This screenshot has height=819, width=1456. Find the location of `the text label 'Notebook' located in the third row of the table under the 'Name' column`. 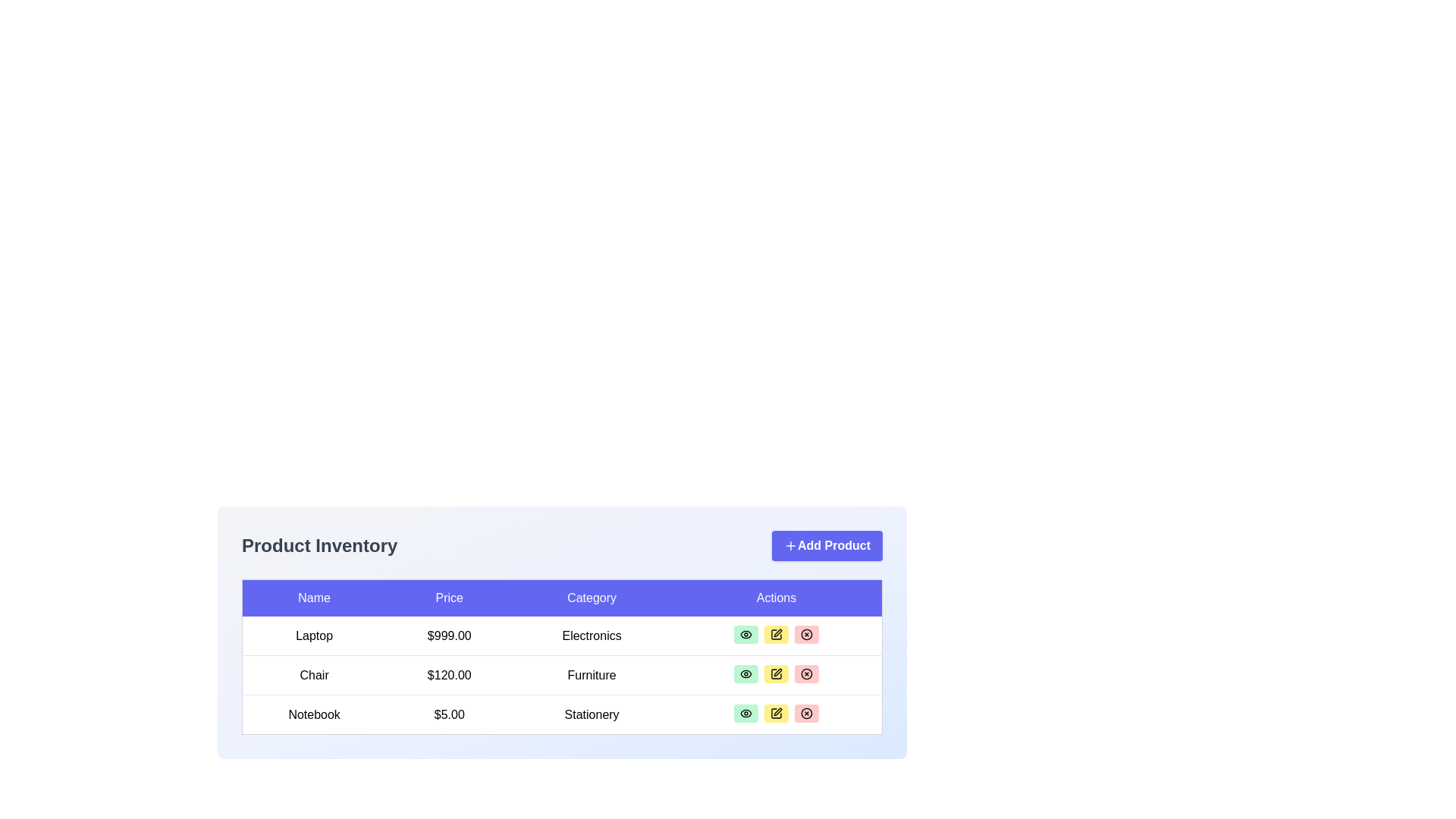

the text label 'Notebook' located in the third row of the table under the 'Name' column is located at coordinates (313, 714).